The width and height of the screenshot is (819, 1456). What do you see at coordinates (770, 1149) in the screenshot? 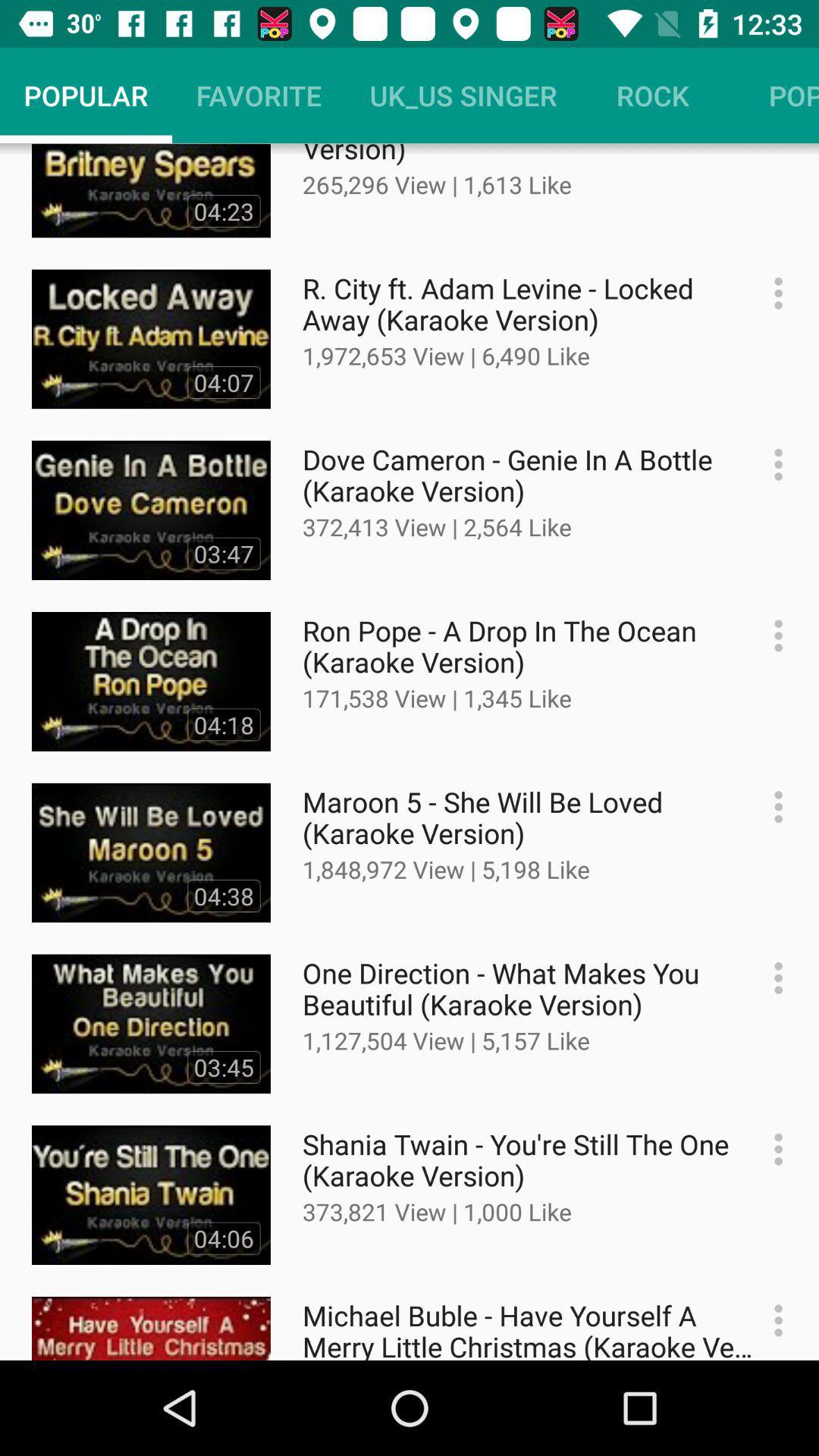
I see `show options` at bounding box center [770, 1149].